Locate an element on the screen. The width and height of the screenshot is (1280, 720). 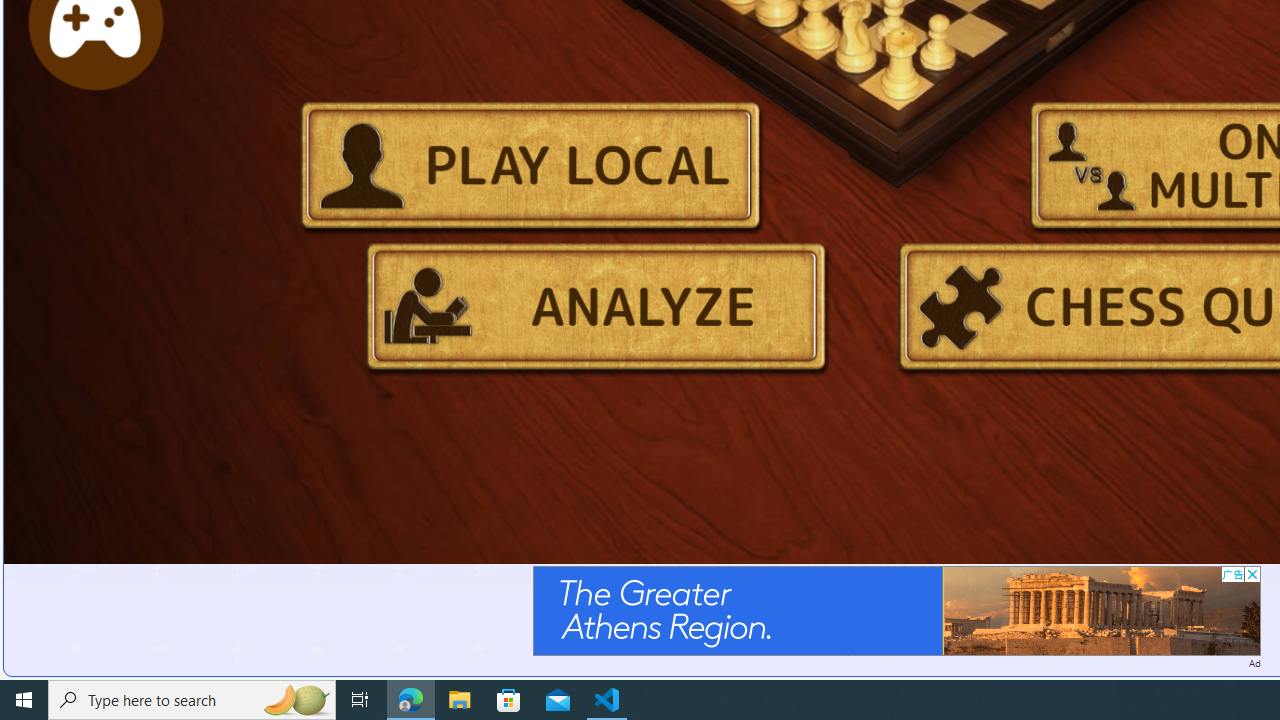
'Advertisement' is located at coordinates (895, 609).